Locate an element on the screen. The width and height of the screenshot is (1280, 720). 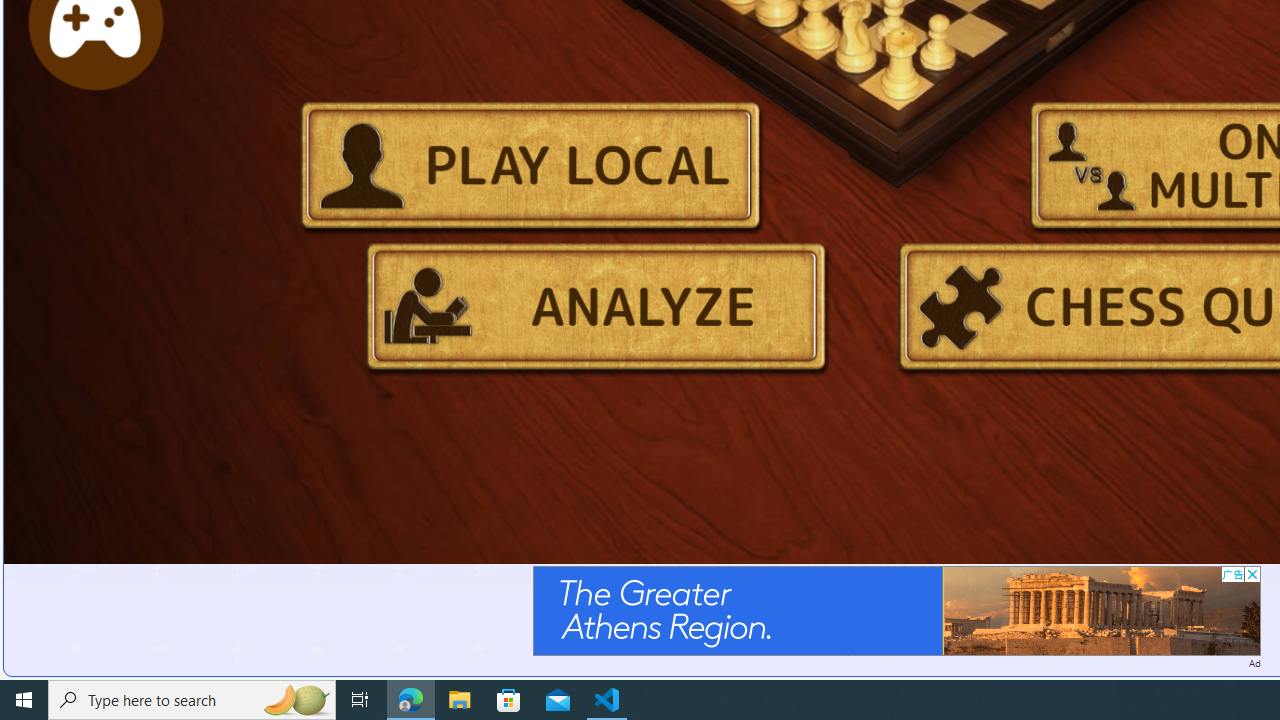
'Advertisement' is located at coordinates (895, 609).